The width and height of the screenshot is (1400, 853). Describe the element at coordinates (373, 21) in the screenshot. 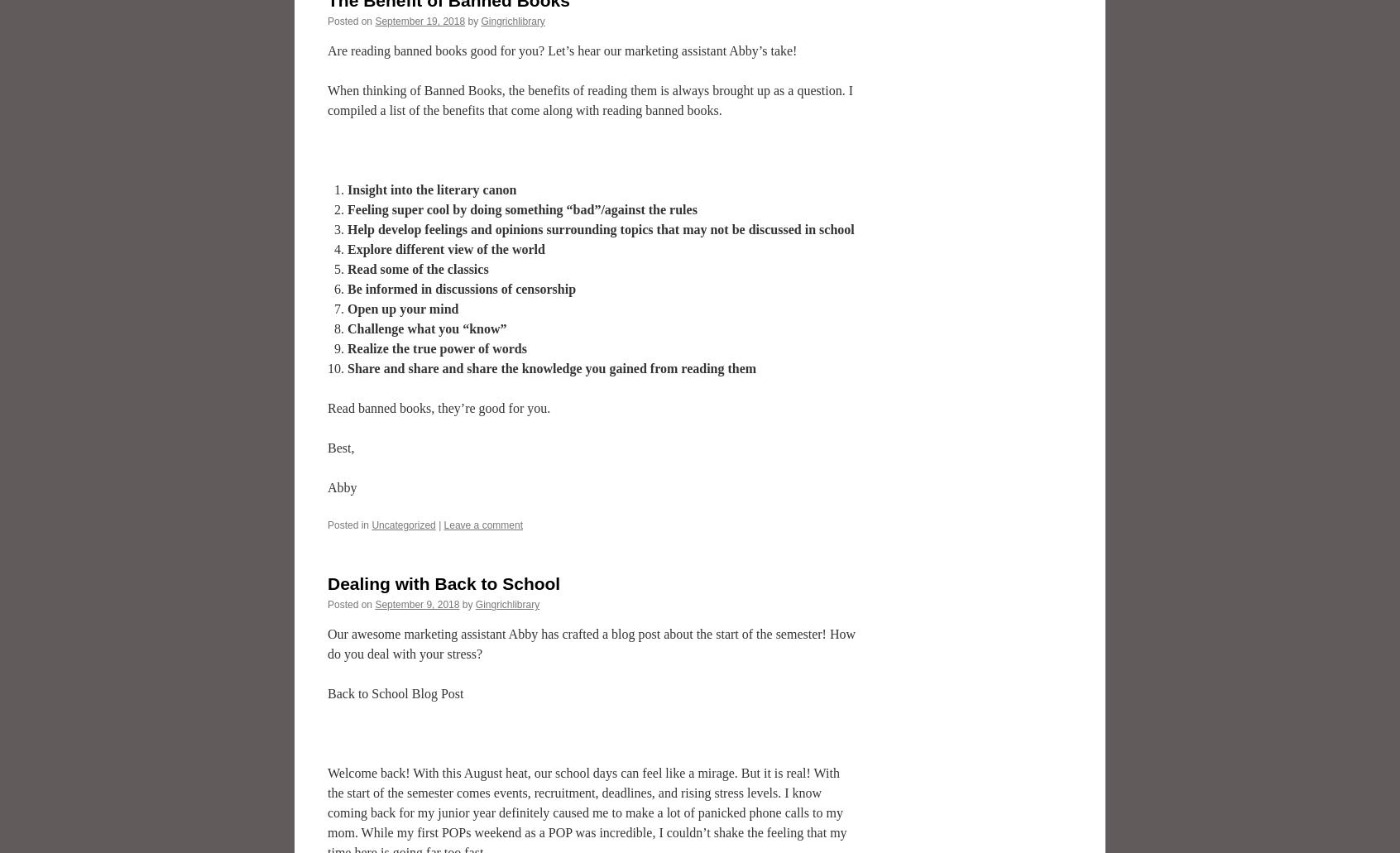

I see `'September 19, 2018'` at that location.